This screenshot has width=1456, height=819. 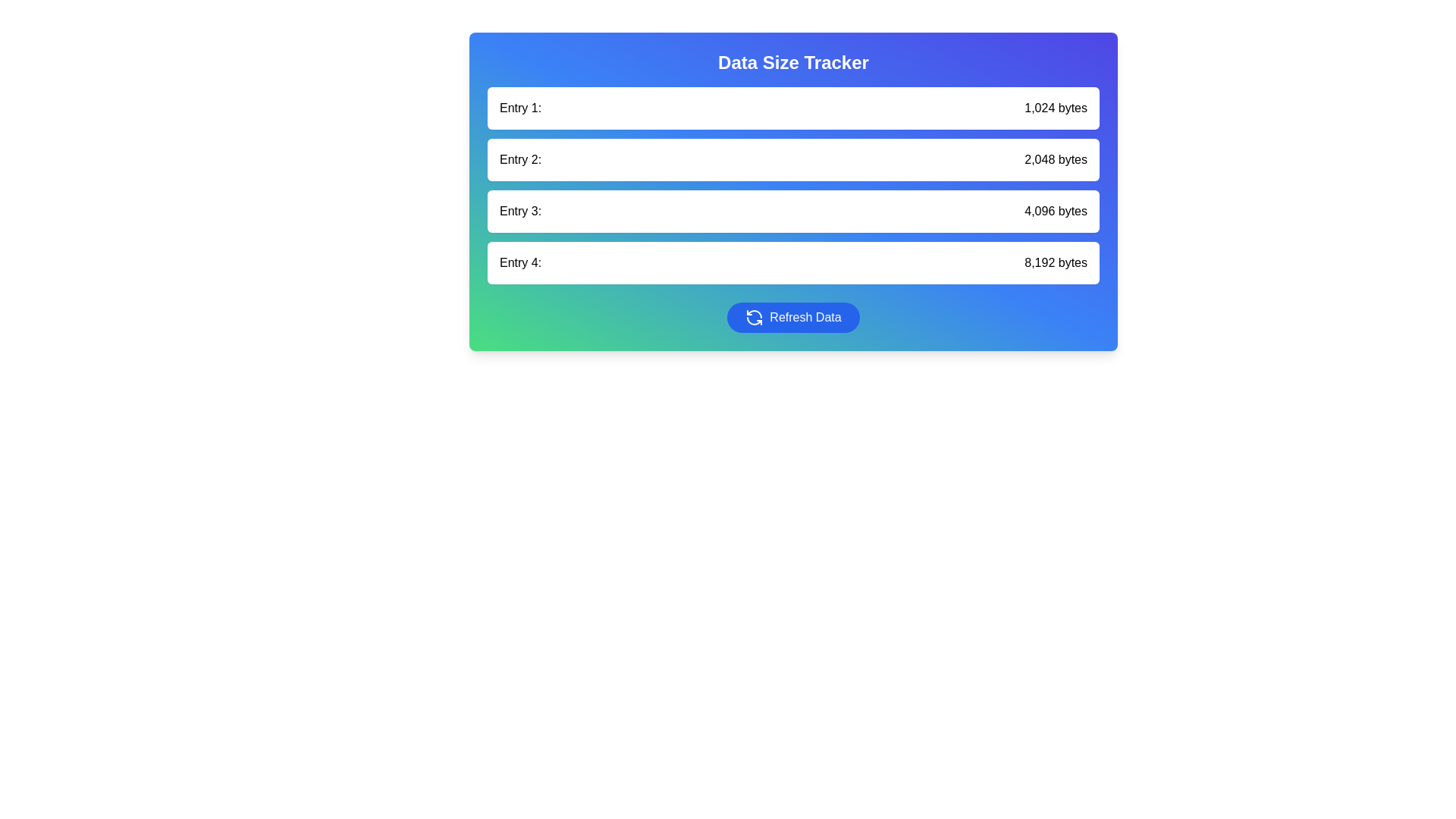 What do you see at coordinates (1055, 211) in the screenshot?
I see `the static text label displaying '4,096 bytes' in black font, located in the 'Data Size Tracker' table next to 'Entry 3:'` at bounding box center [1055, 211].